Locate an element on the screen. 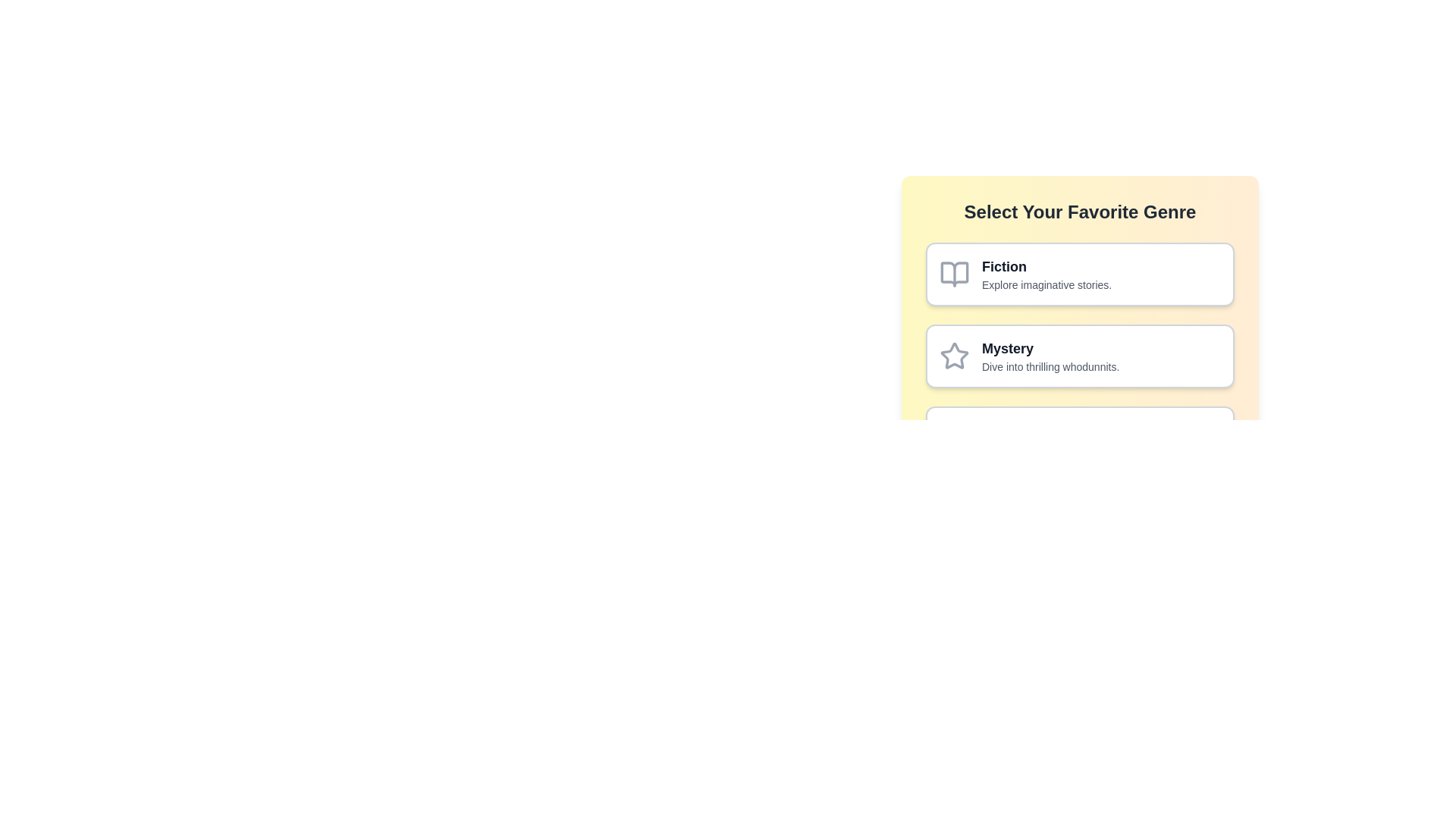 Image resolution: width=1456 pixels, height=819 pixels. the text label providing a brief description of the 'Mystery' genre, positioned directly below the 'Mystery' title is located at coordinates (1050, 366).